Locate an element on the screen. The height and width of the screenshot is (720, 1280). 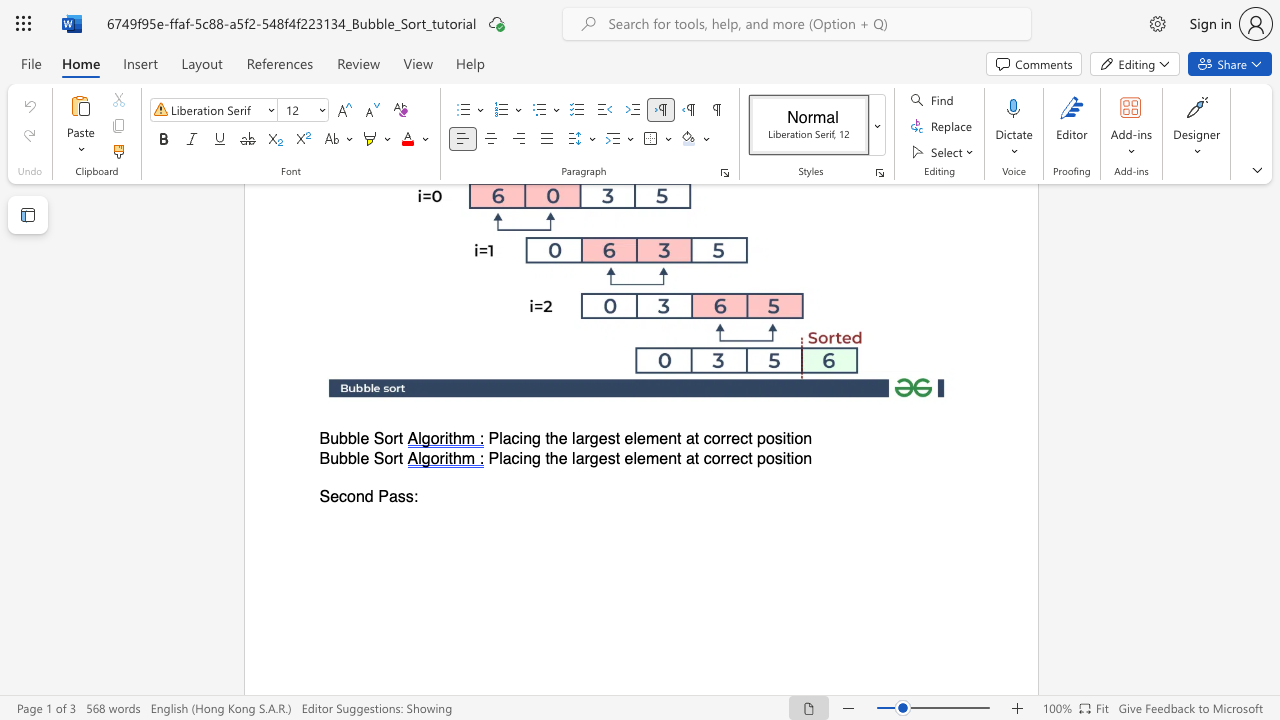
the 2th character "s" in the text is located at coordinates (408, 496).